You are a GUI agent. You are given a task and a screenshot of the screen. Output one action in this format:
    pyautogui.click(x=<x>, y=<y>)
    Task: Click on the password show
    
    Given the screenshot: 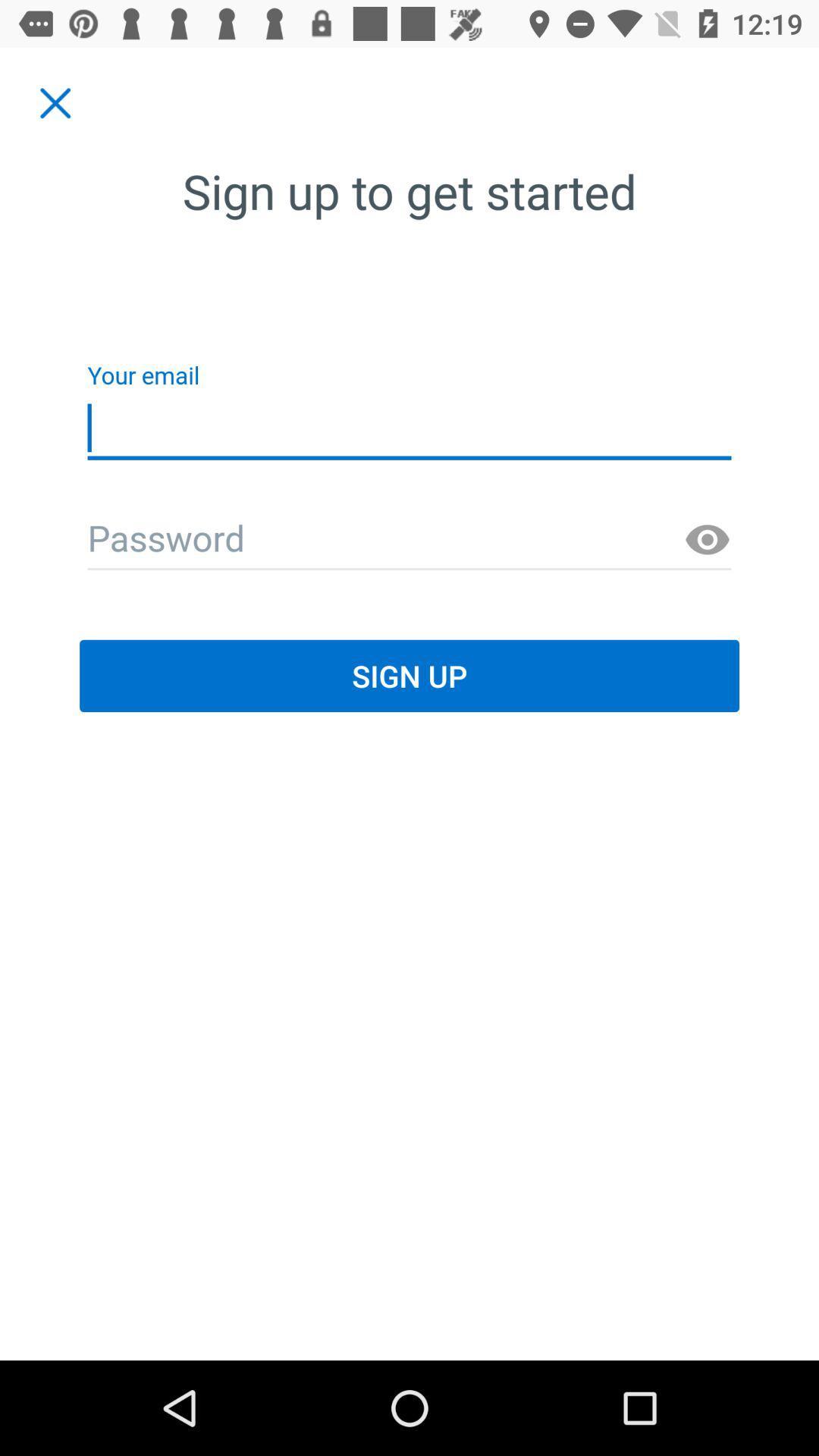 What is the action you would take?
    pyautogui.click(x=708, y=540)
    